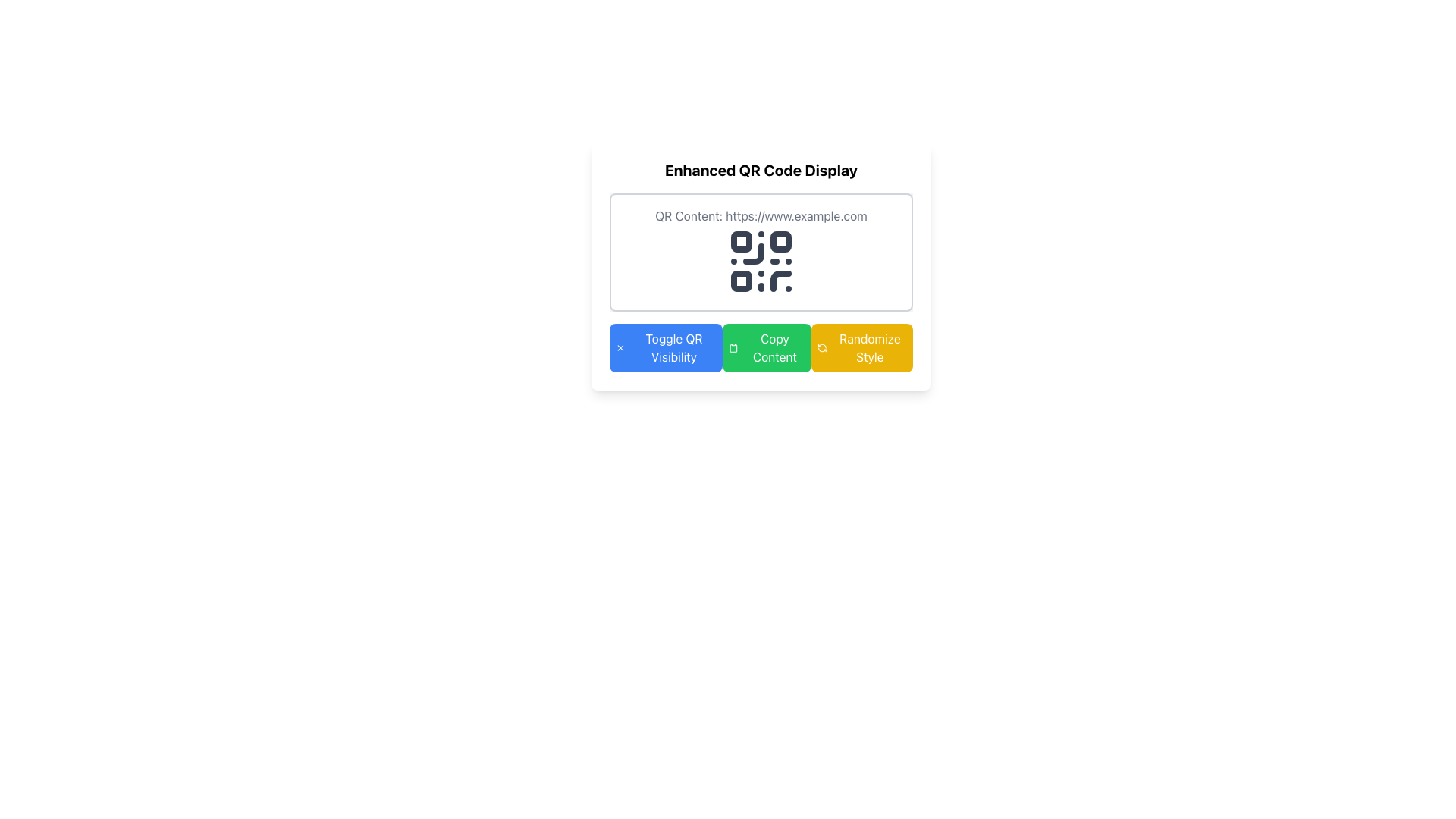 This screenshot has height=819, width=1456. What do you see at coordinates (761, 170) in the screenshot?
I see `header text located at the top of the card, which provides a descriptive label for the content below` at bounding box center [761, 170].